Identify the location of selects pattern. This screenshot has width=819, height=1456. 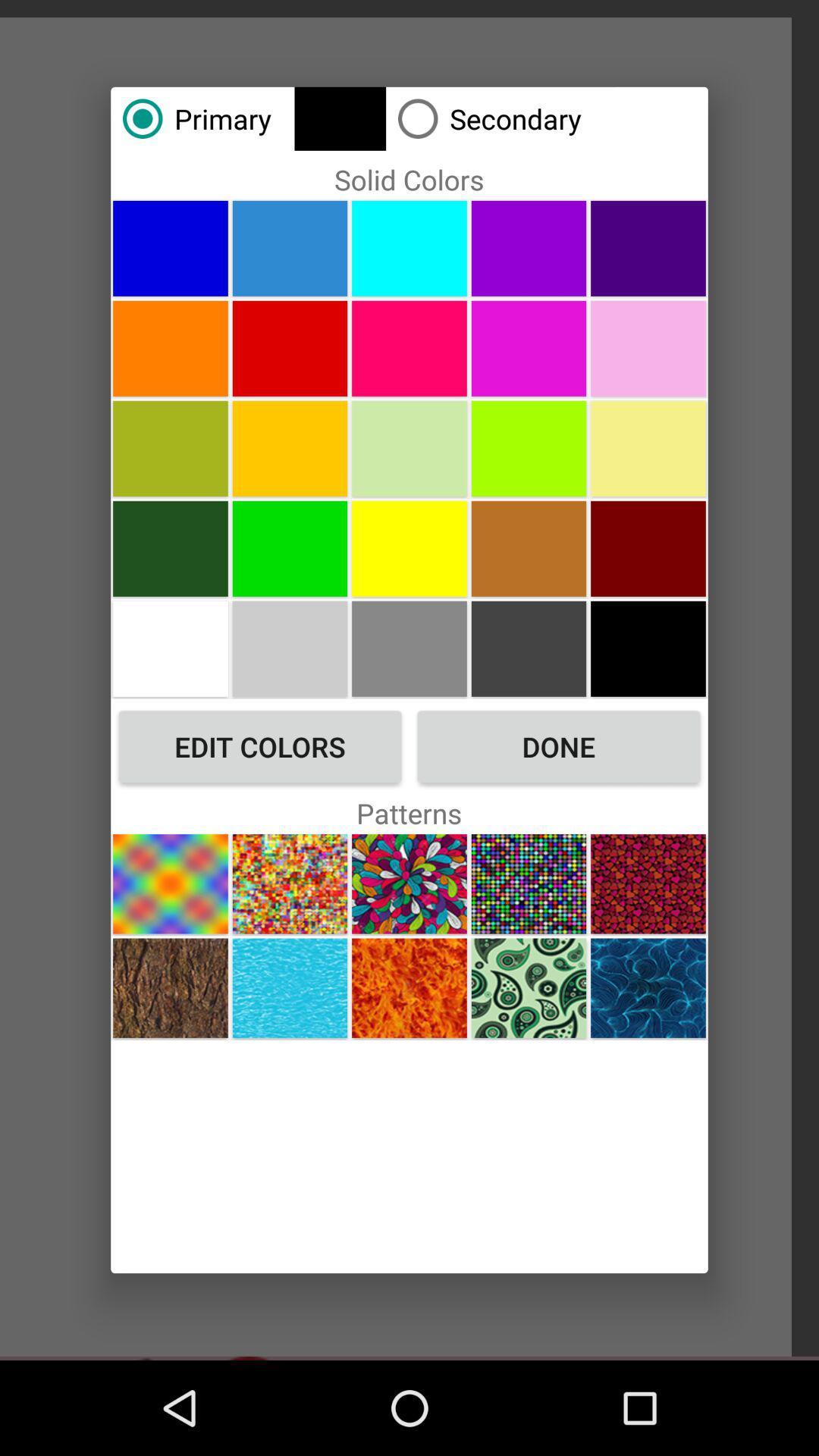
(290, 988).